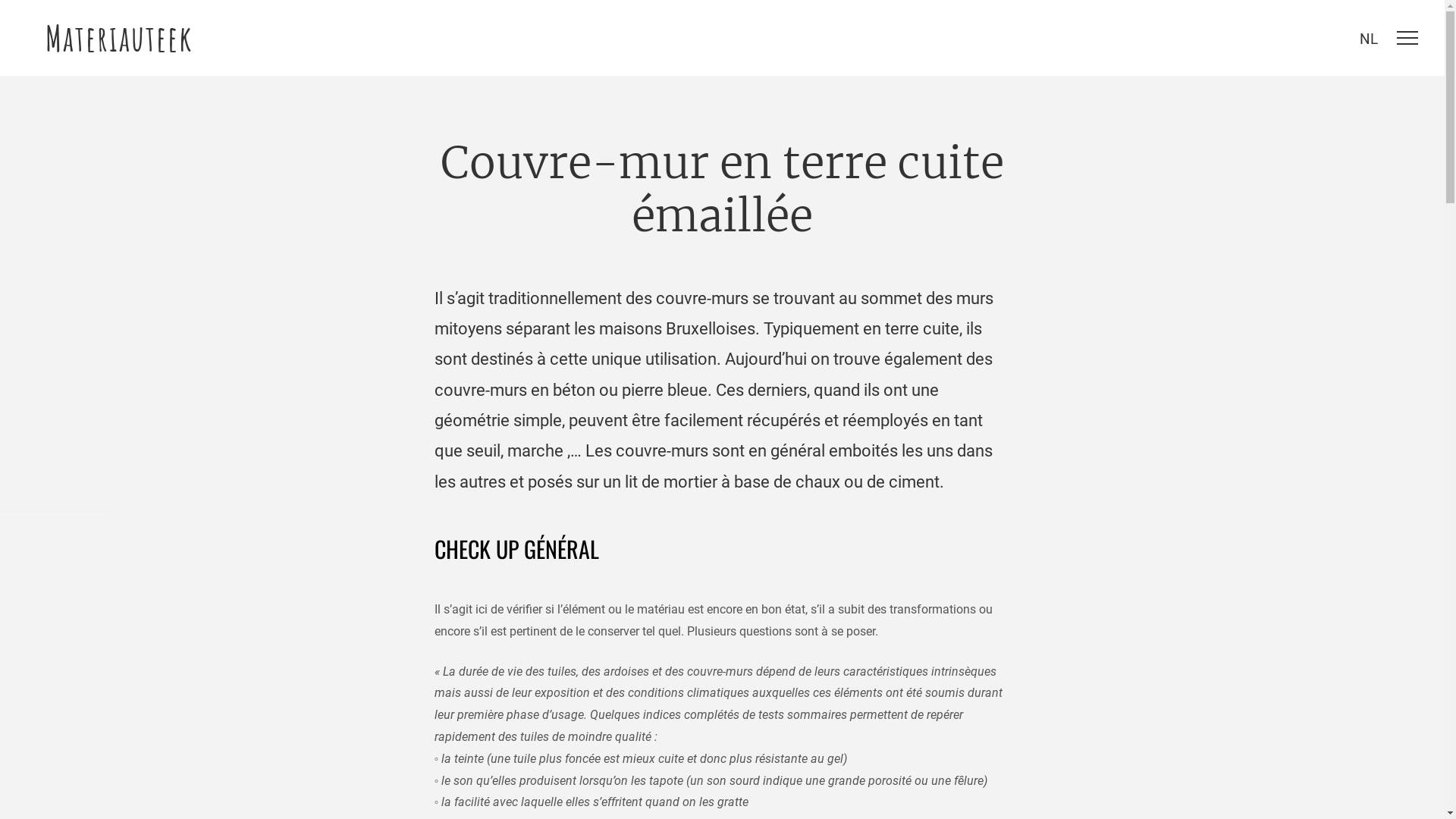 Image resolution: width=1456 pixels, height=819 pixels. I want to click on 'Materiauteek', so click(118, 37).